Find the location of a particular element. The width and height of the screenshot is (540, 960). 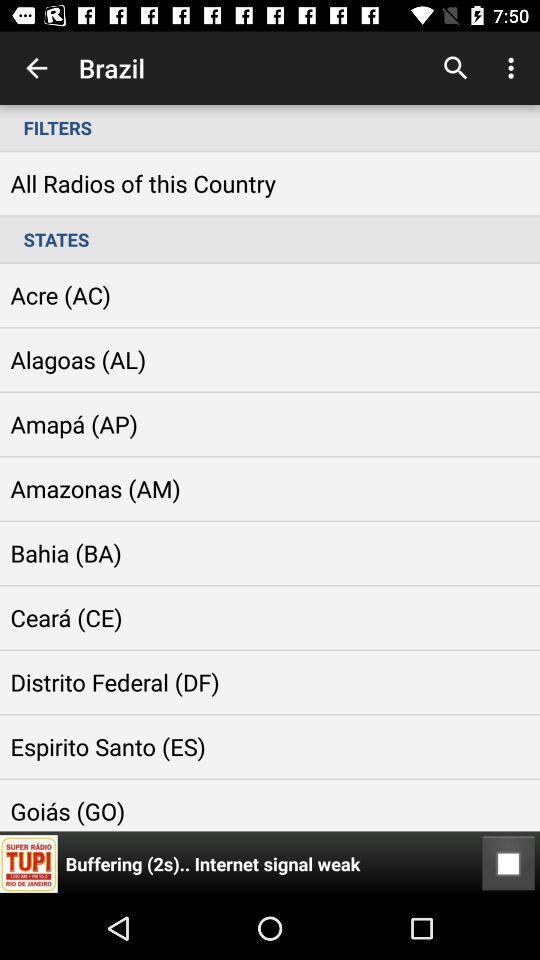

the icon above the filters icon is located at coordinates (455, 68).